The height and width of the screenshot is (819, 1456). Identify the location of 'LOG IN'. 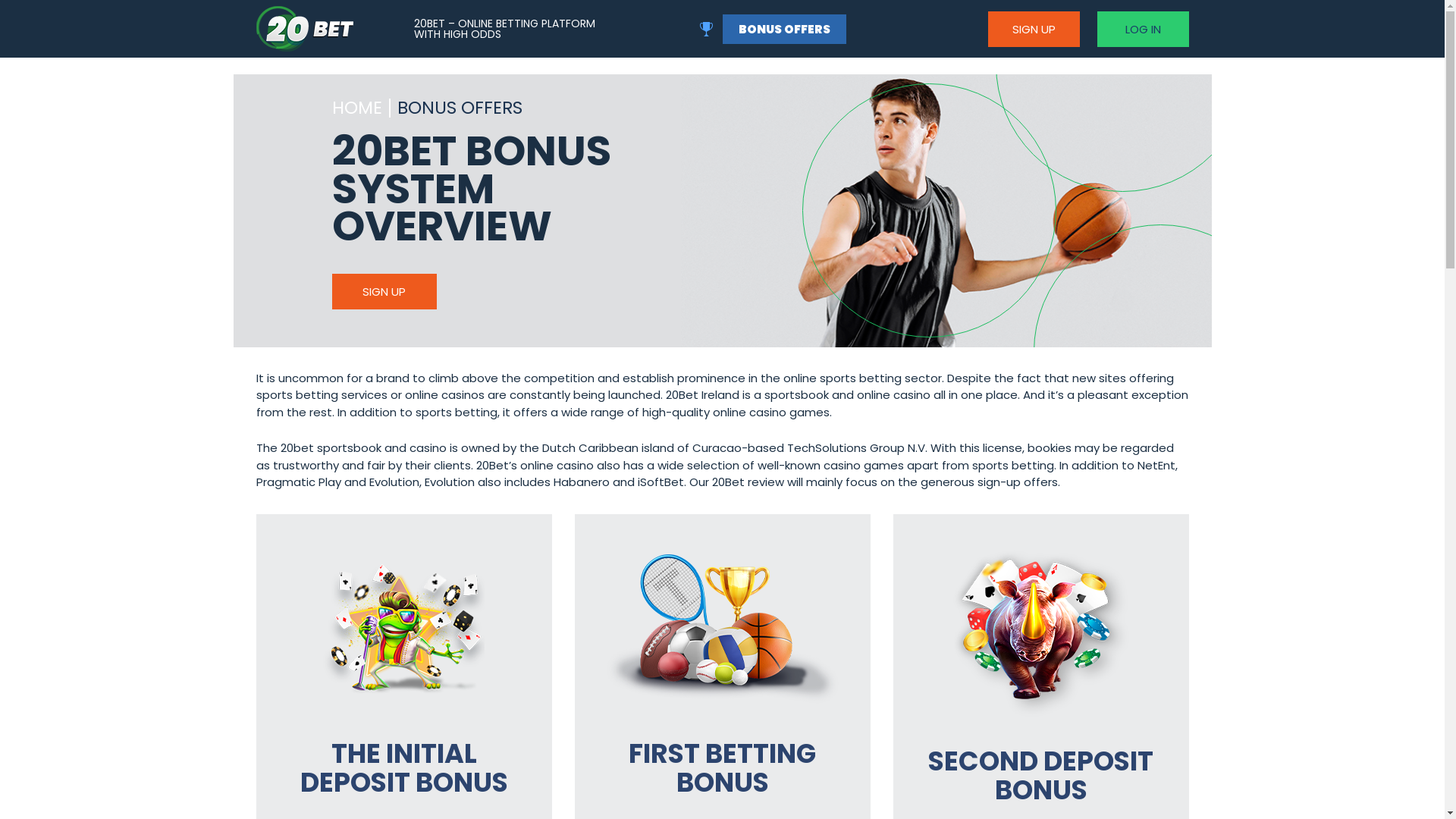
(1142, 28).